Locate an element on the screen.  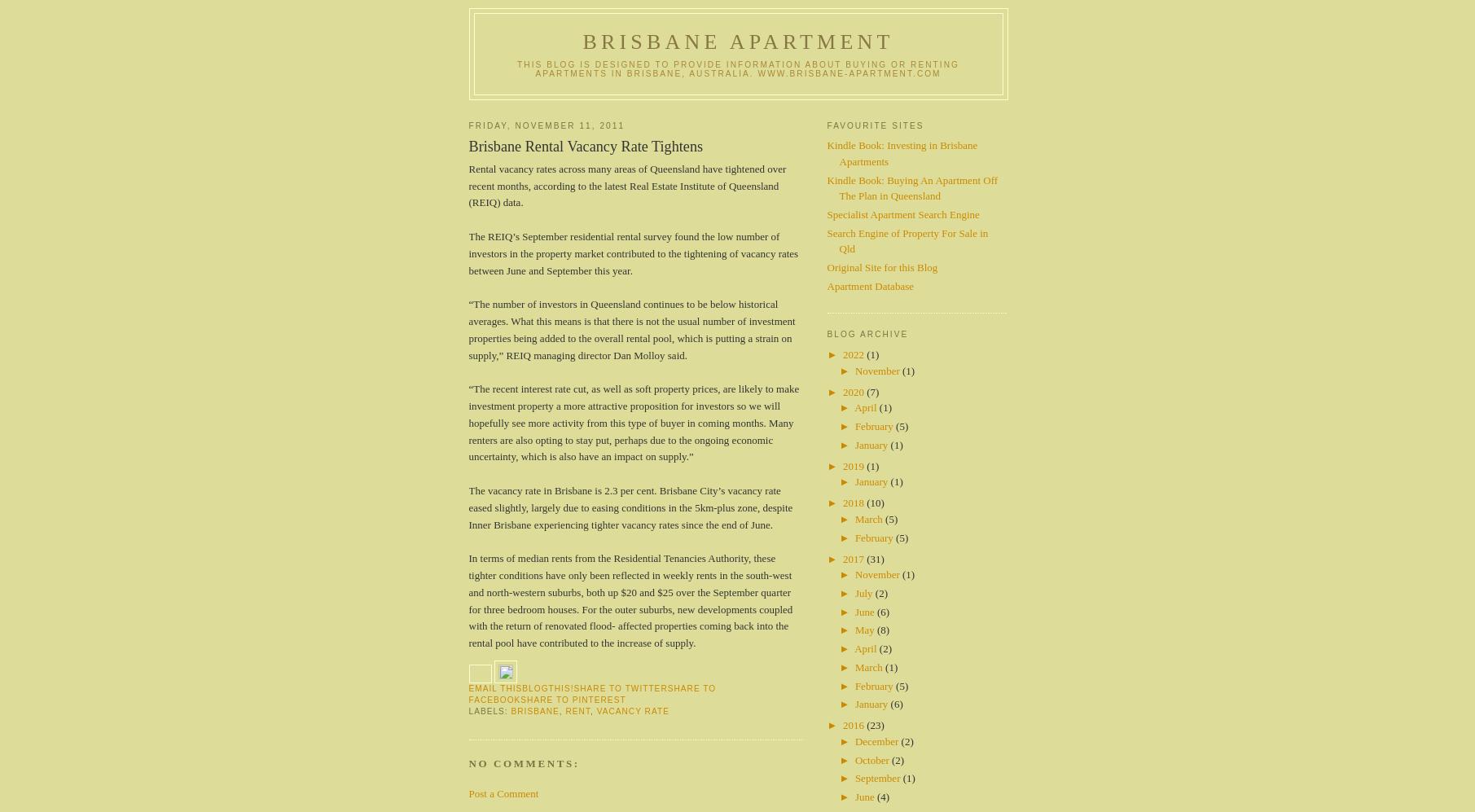
'October' is located at coordinates (854, 759).